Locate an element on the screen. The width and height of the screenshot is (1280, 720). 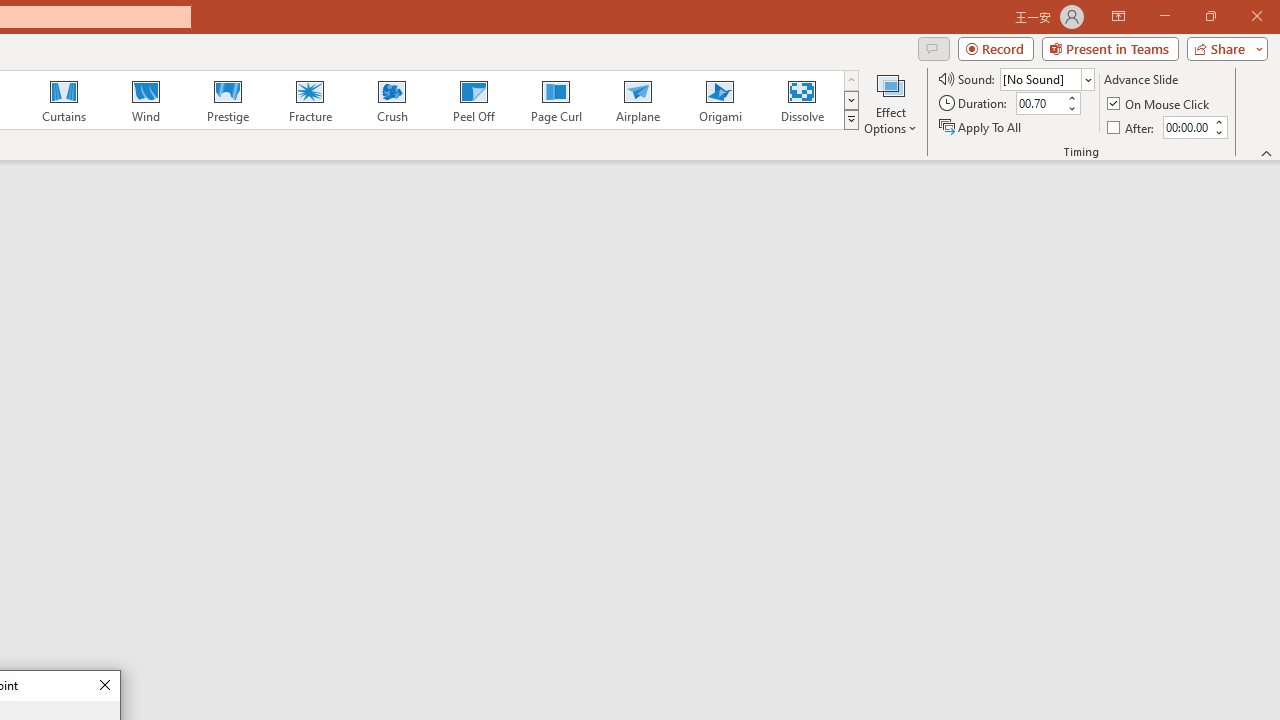
'Dissolve' is located at coordinates (802, 100).